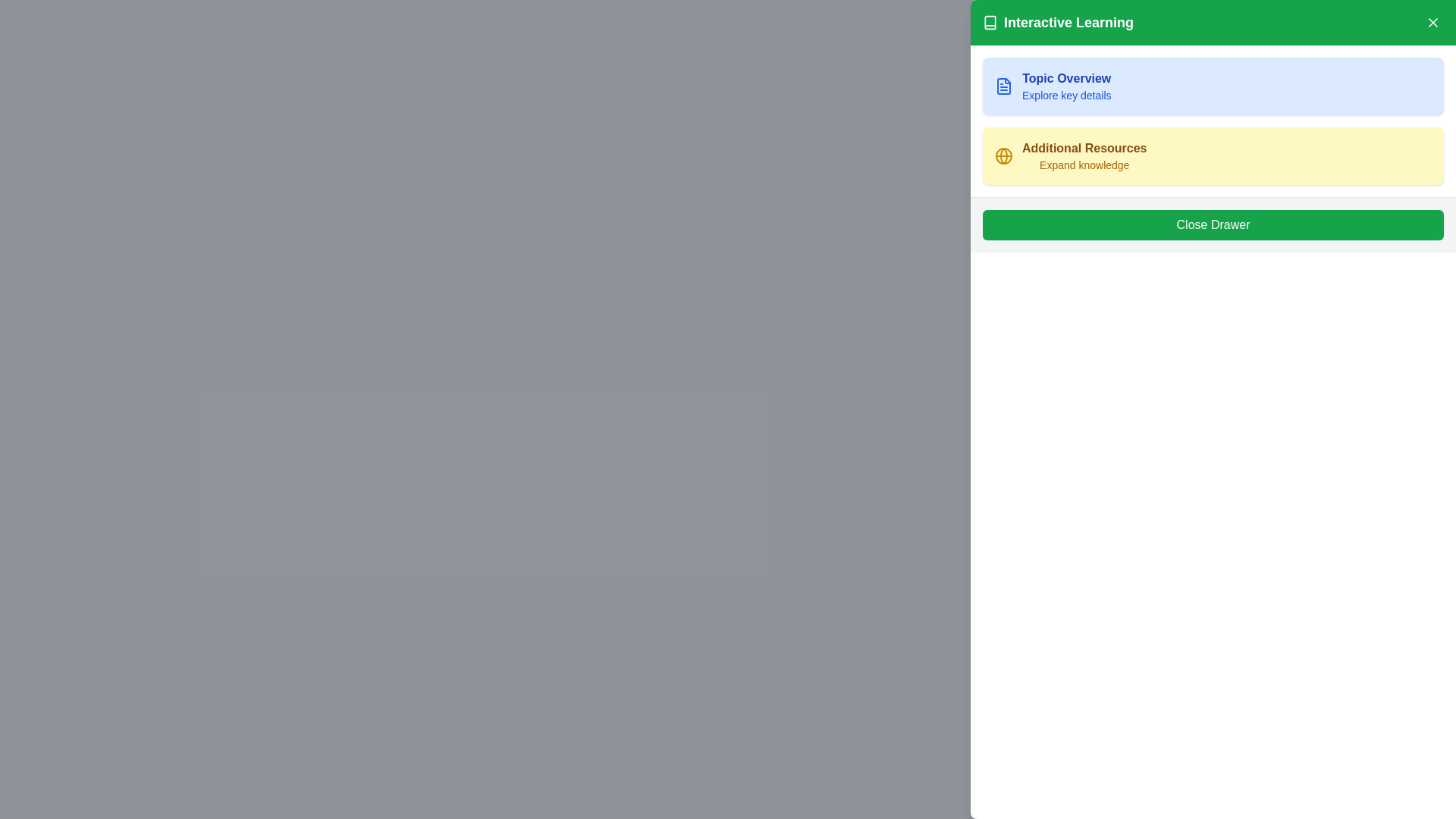  Describe the element at coordinates (1004, 155) in the screenshot. I see `the decorative SVG circle element representing a globe icon within the interactive sidebar interface` at that location.